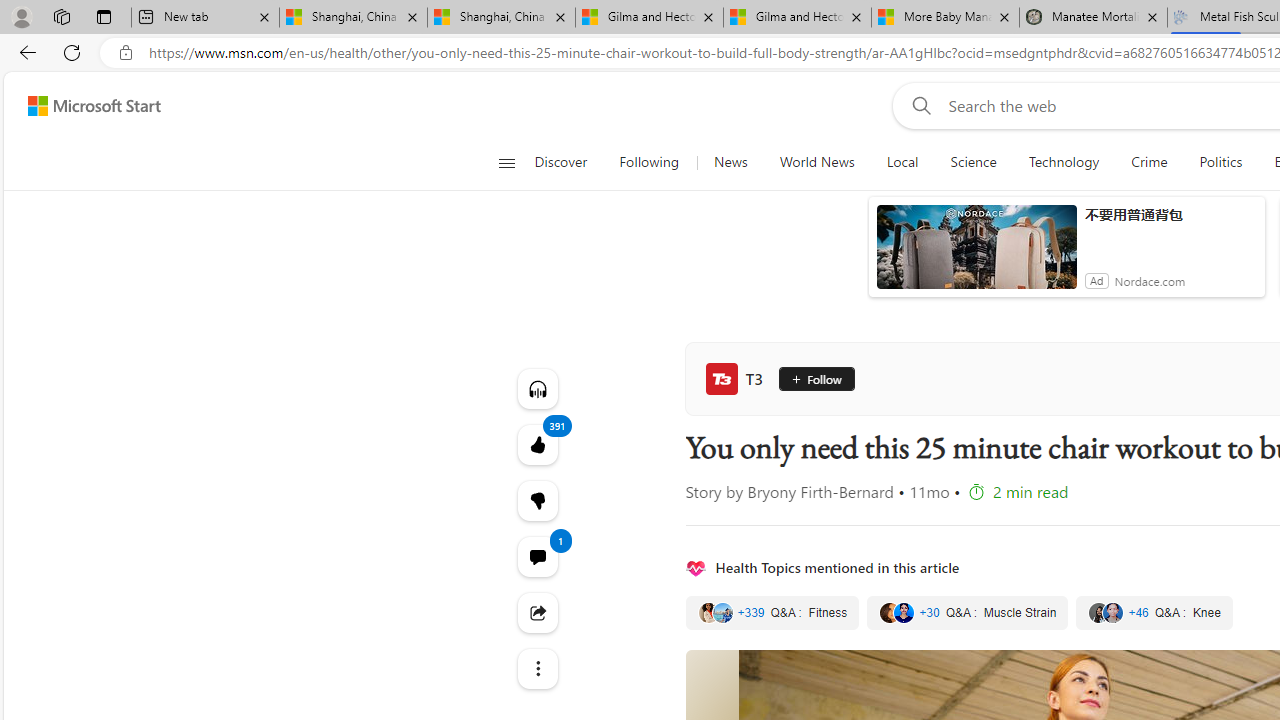 The image size is (1280, 720). I want to click on 'Technology', so click(1062, 162).